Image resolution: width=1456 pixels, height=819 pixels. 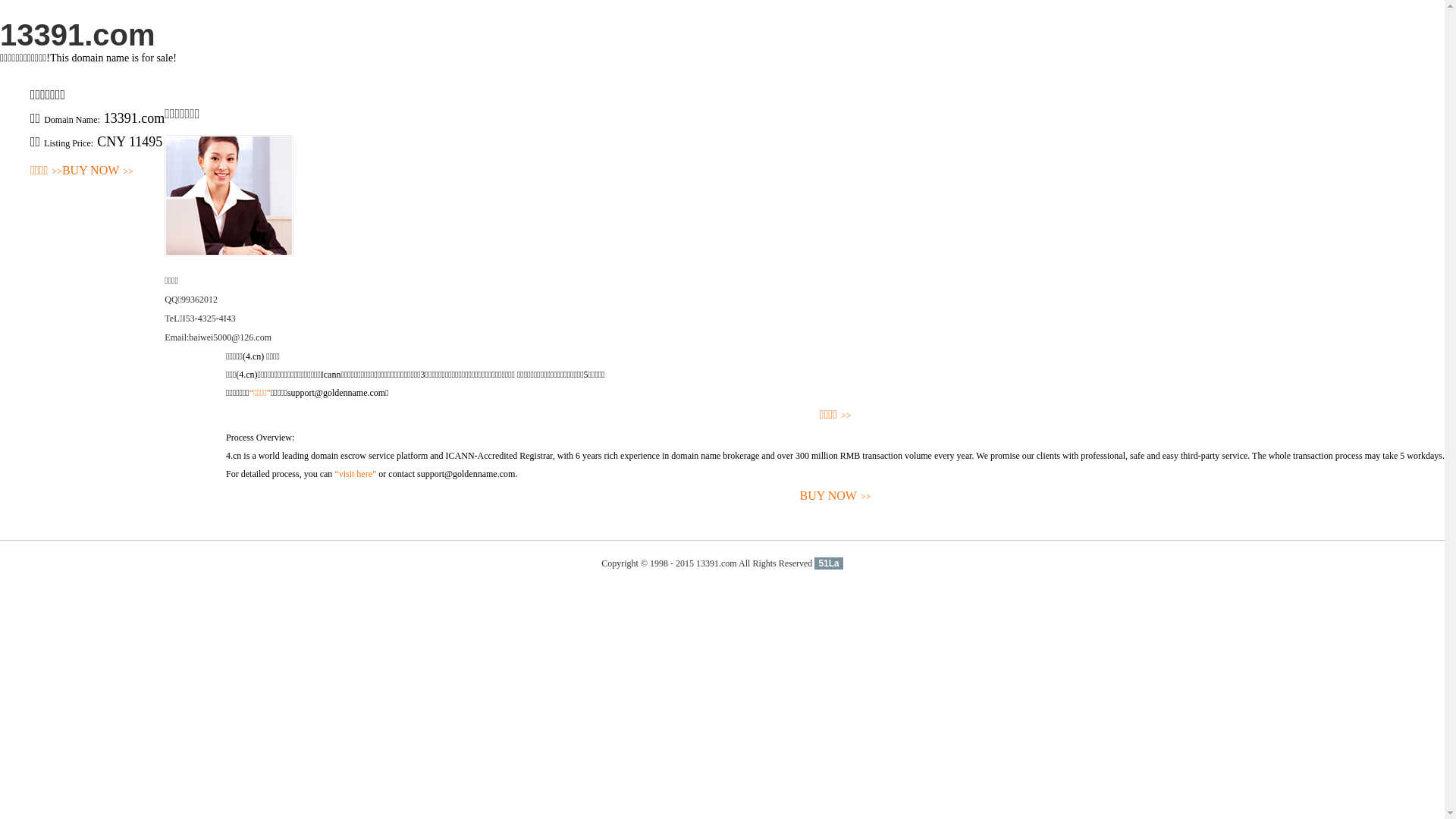 I want to click on 'BUY NOW>>', so click(x=834, y=496).